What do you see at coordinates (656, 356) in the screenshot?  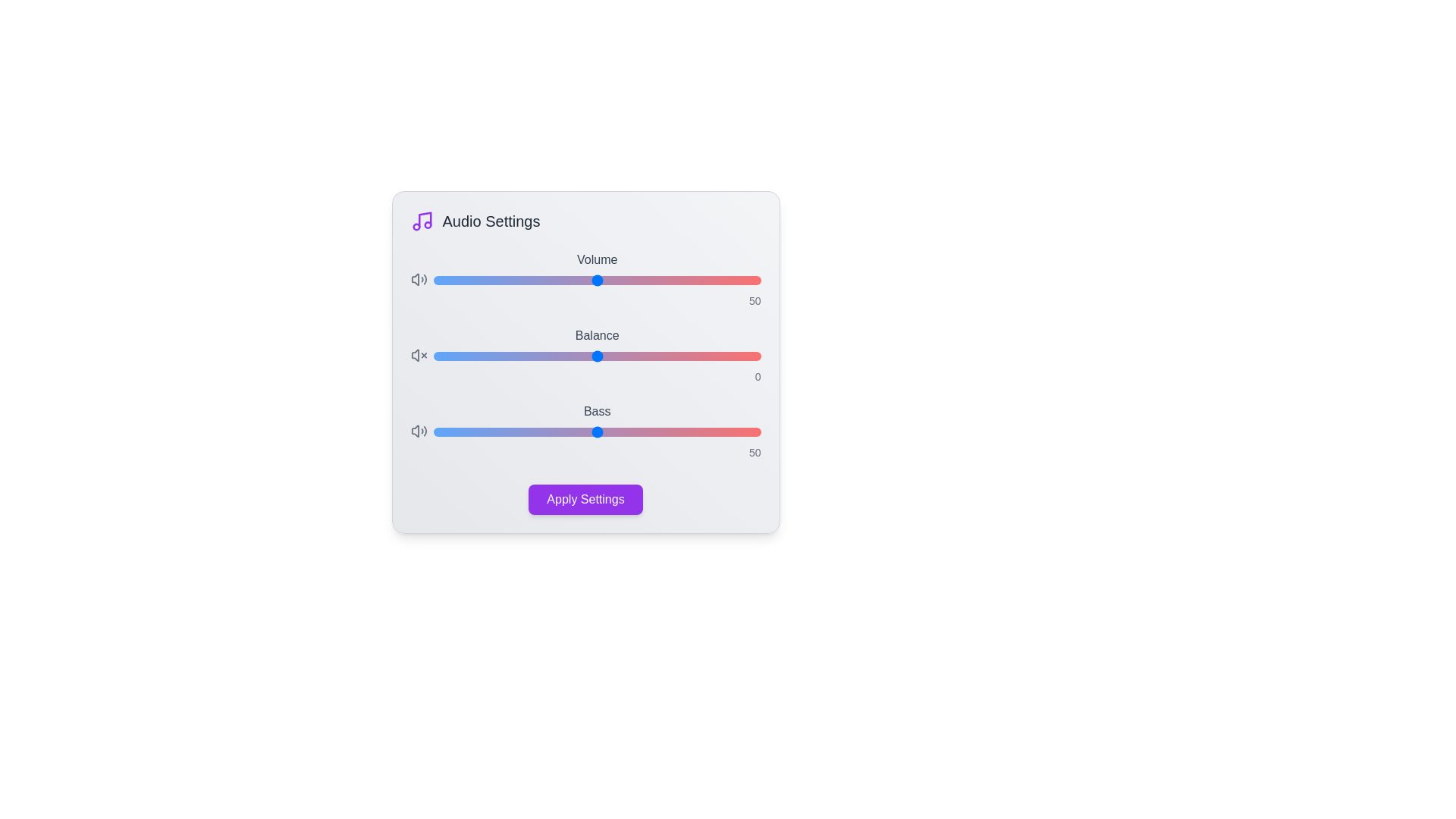 I see `the 'Balance' slider to the specified value 18` at bounding box center [656, 356].